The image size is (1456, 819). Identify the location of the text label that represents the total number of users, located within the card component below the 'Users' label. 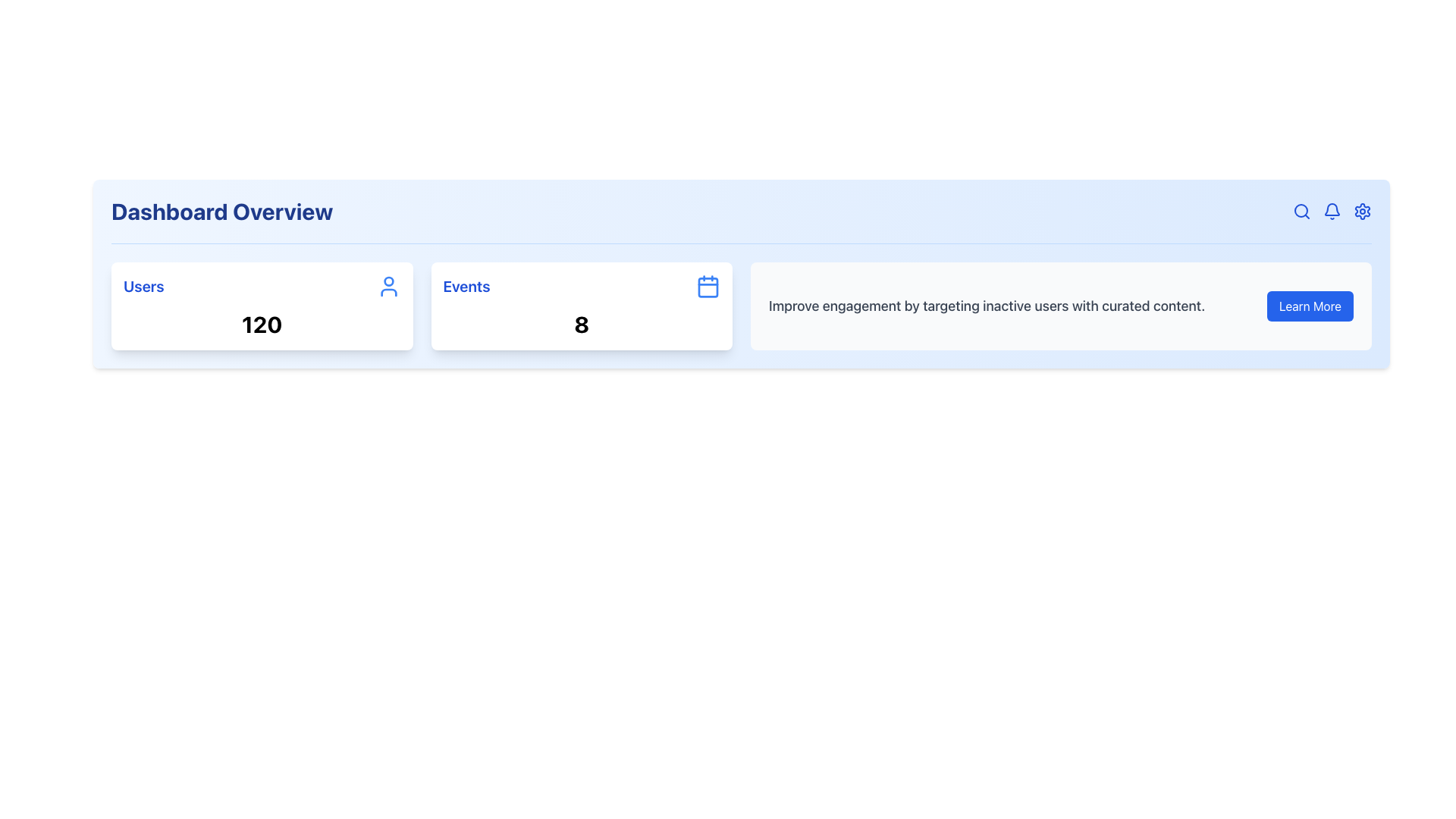
(262, 324).